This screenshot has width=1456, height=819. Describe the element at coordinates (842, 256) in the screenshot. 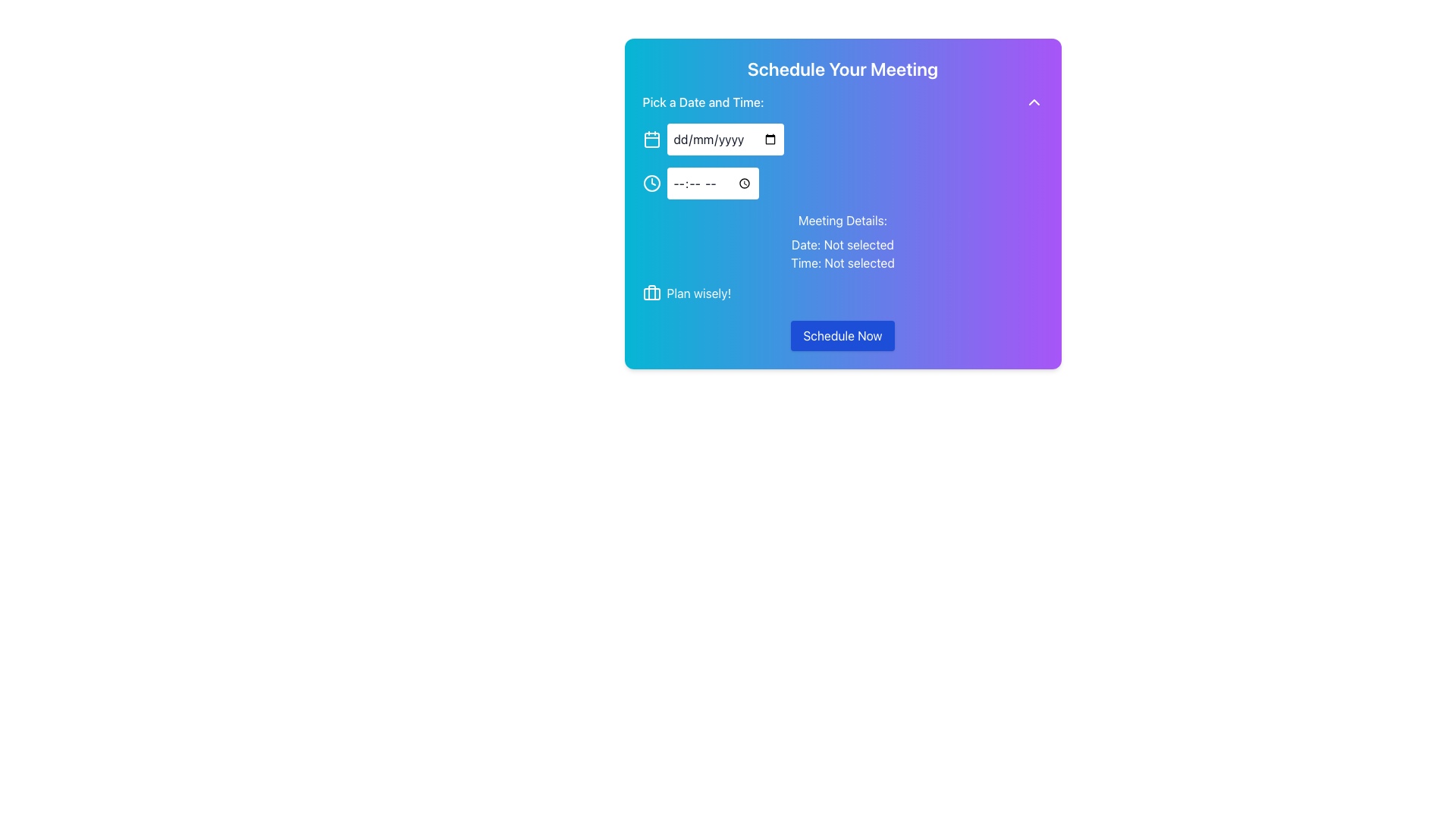

I see `text content of the Text Display showing meeting details, which includes 'Meeting Details:', 'Date: Not selected', 'Time: Not selected', and 'Plan wisely!'` at that location.